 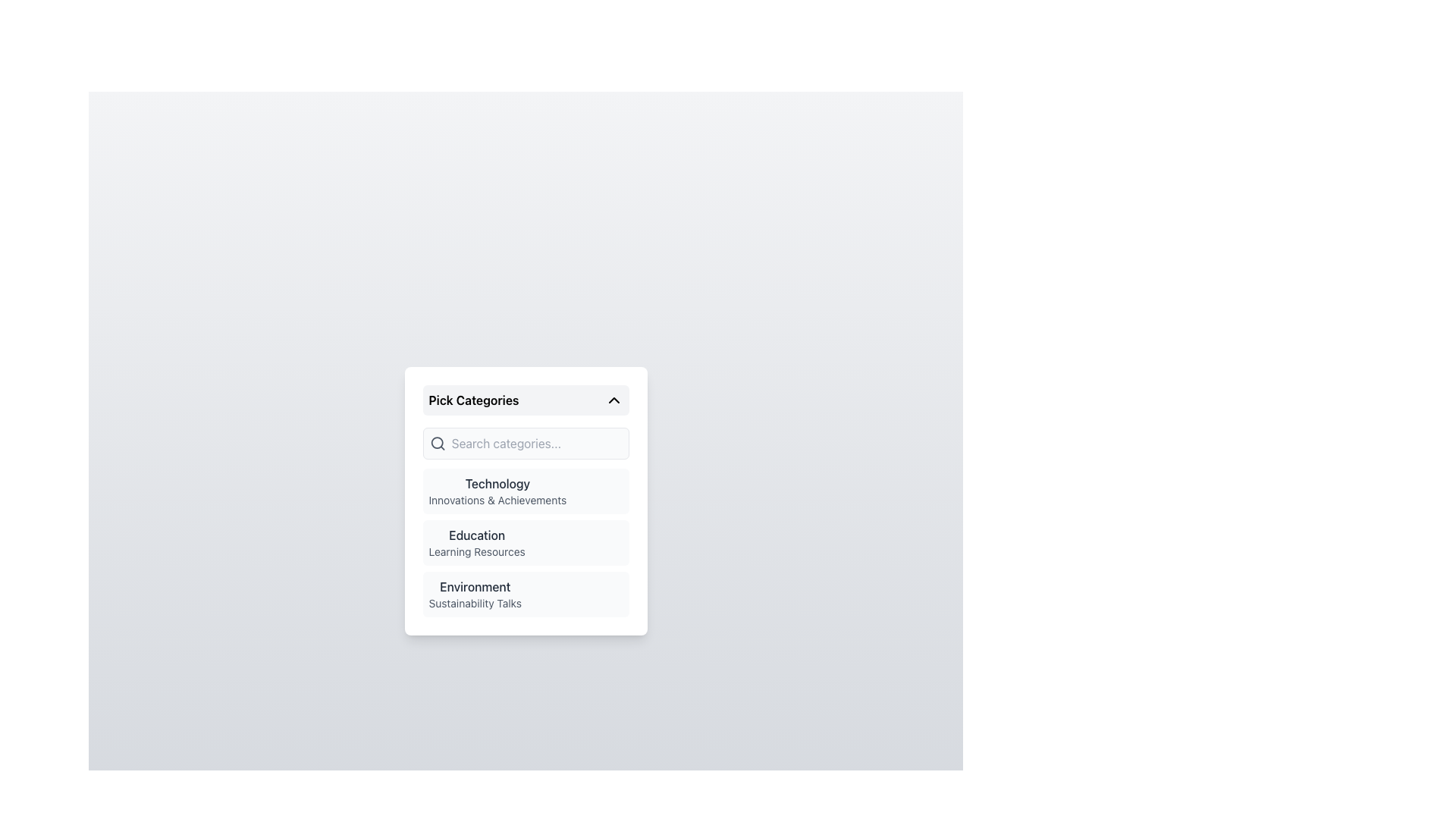 What do you see at coordinates (476, 534) in the screenshot?
I see `the Text Label that serves as a category heading, positioned above 'Learning Resources' in the dropdown interface` at bounding box center [476, 534].